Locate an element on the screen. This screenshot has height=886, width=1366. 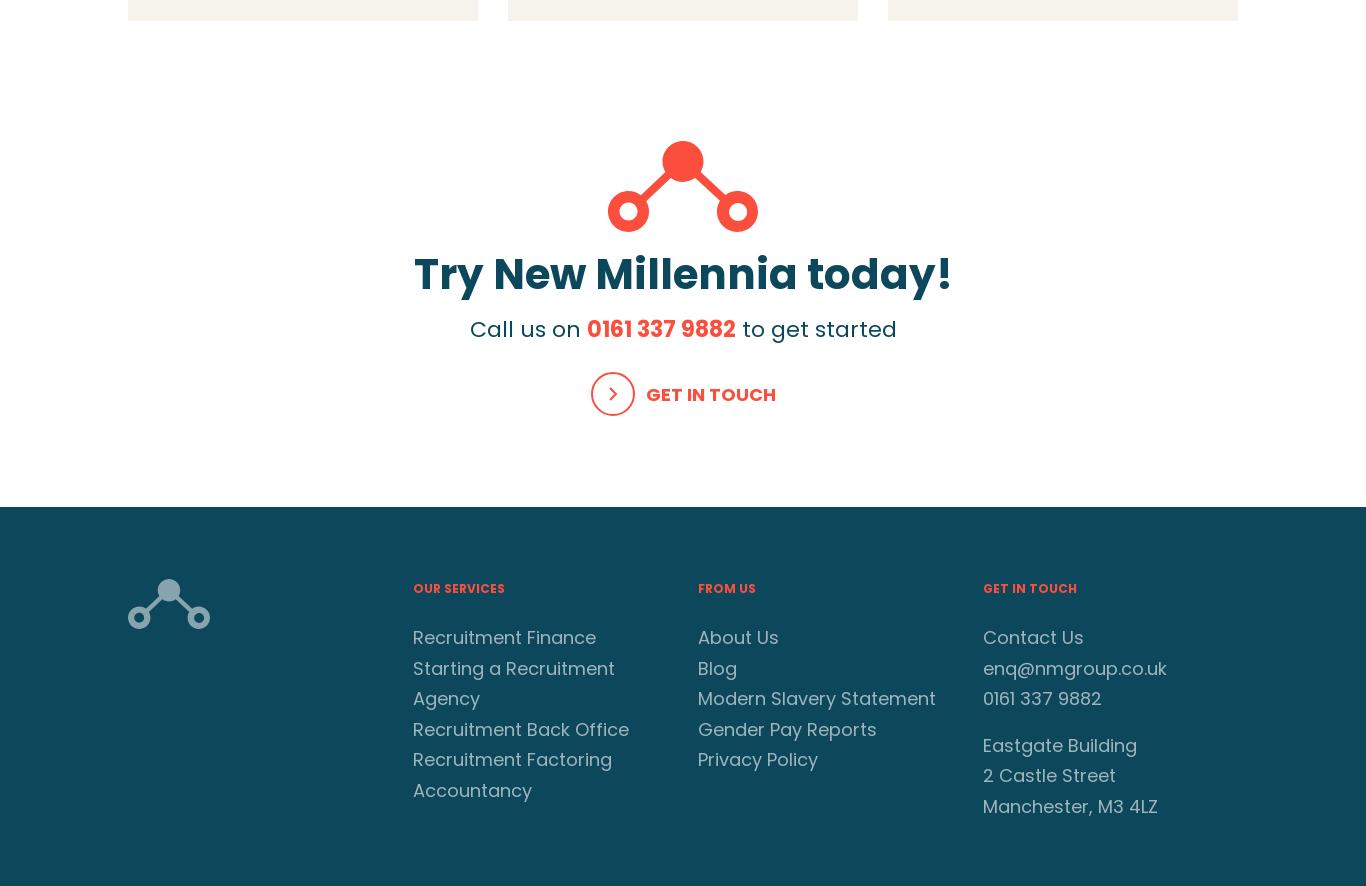
'Blog' is located at coordinates (717, 666).